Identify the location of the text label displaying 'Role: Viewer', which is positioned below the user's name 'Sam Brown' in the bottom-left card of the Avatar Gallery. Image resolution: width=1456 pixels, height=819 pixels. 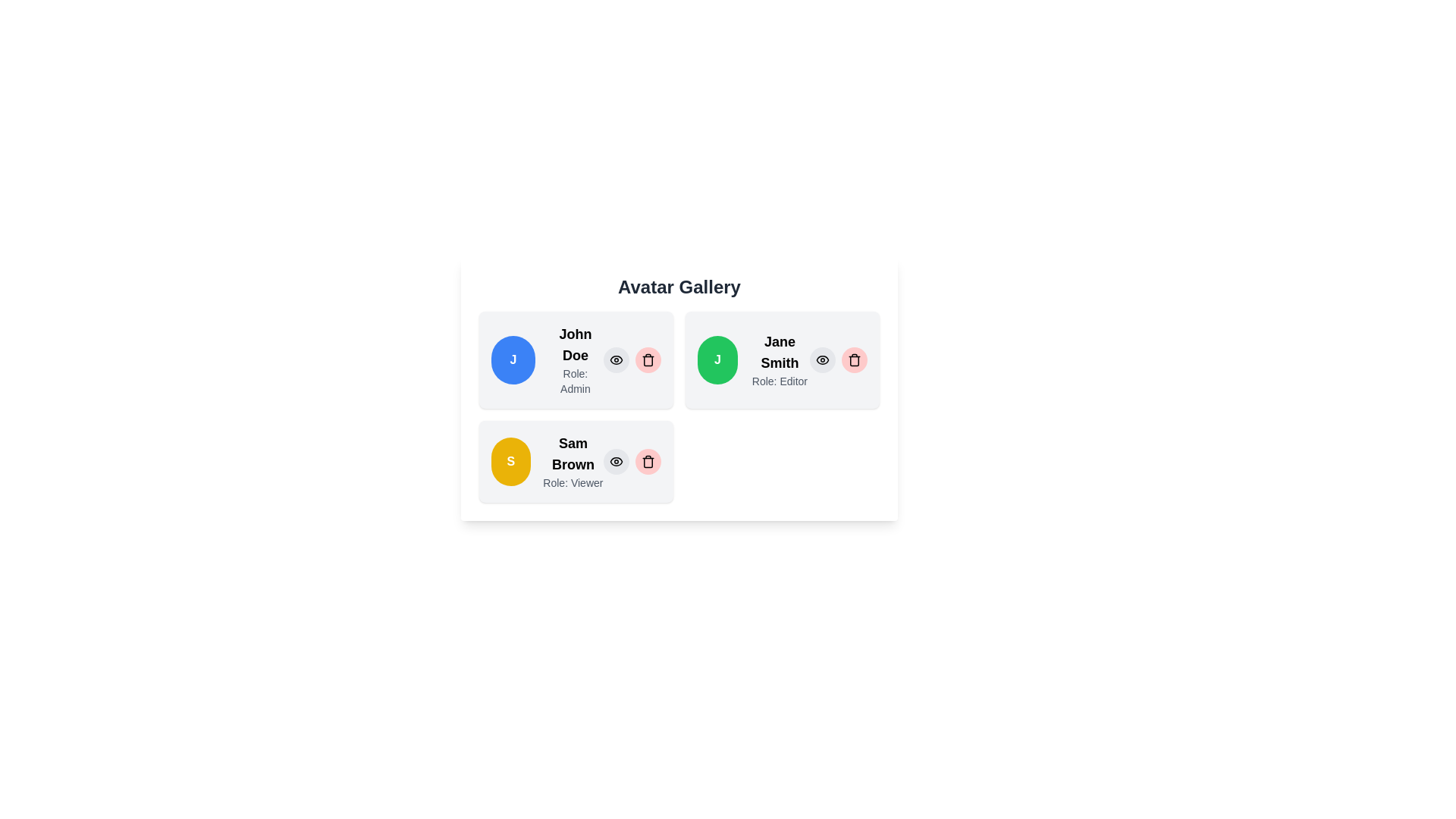
(572, 482).